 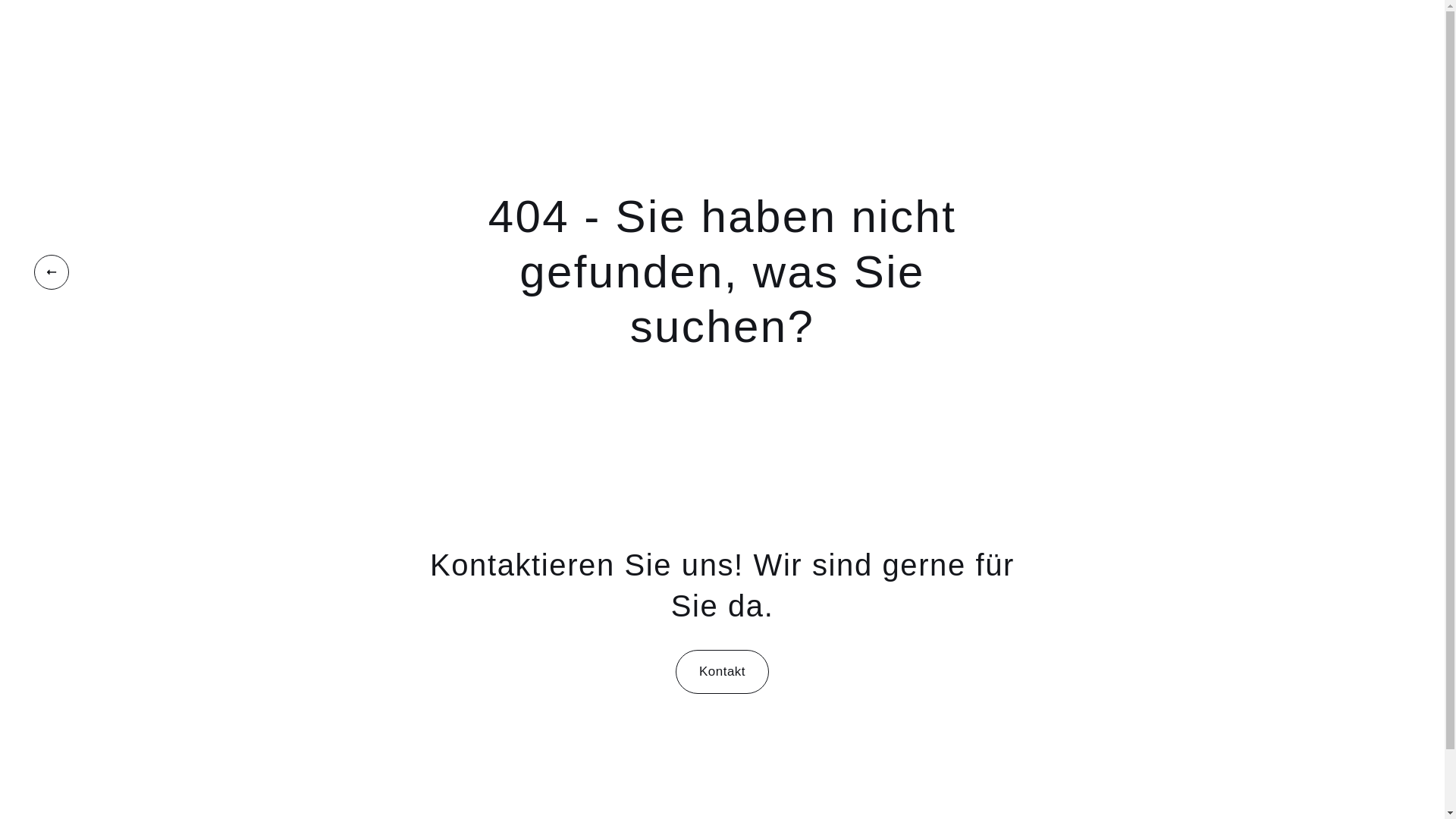 I want to click on 'Kontakt', so click(x=675, y=671).